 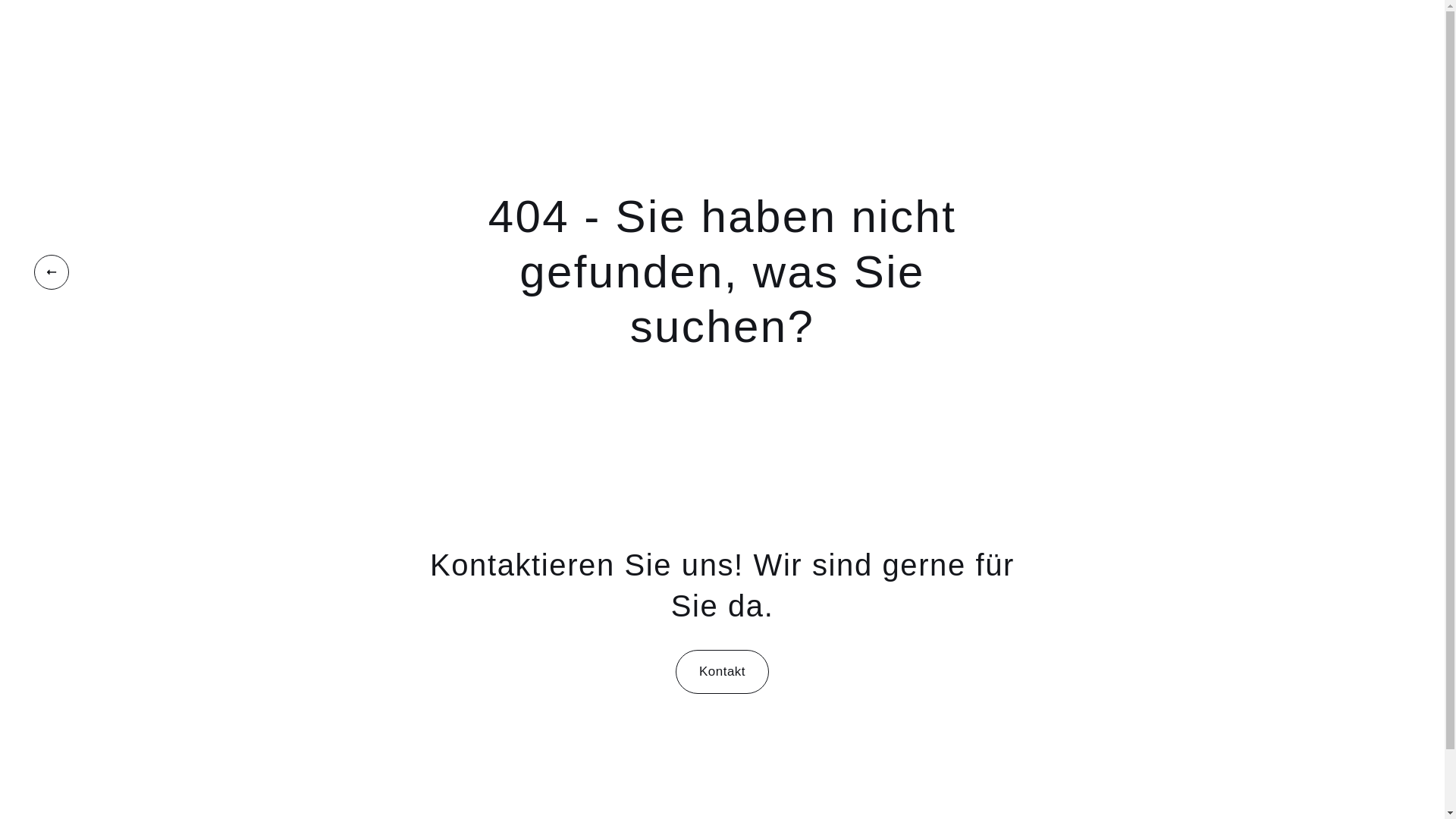 I want to click on 'Kontakt', so click(x=675, y=671).